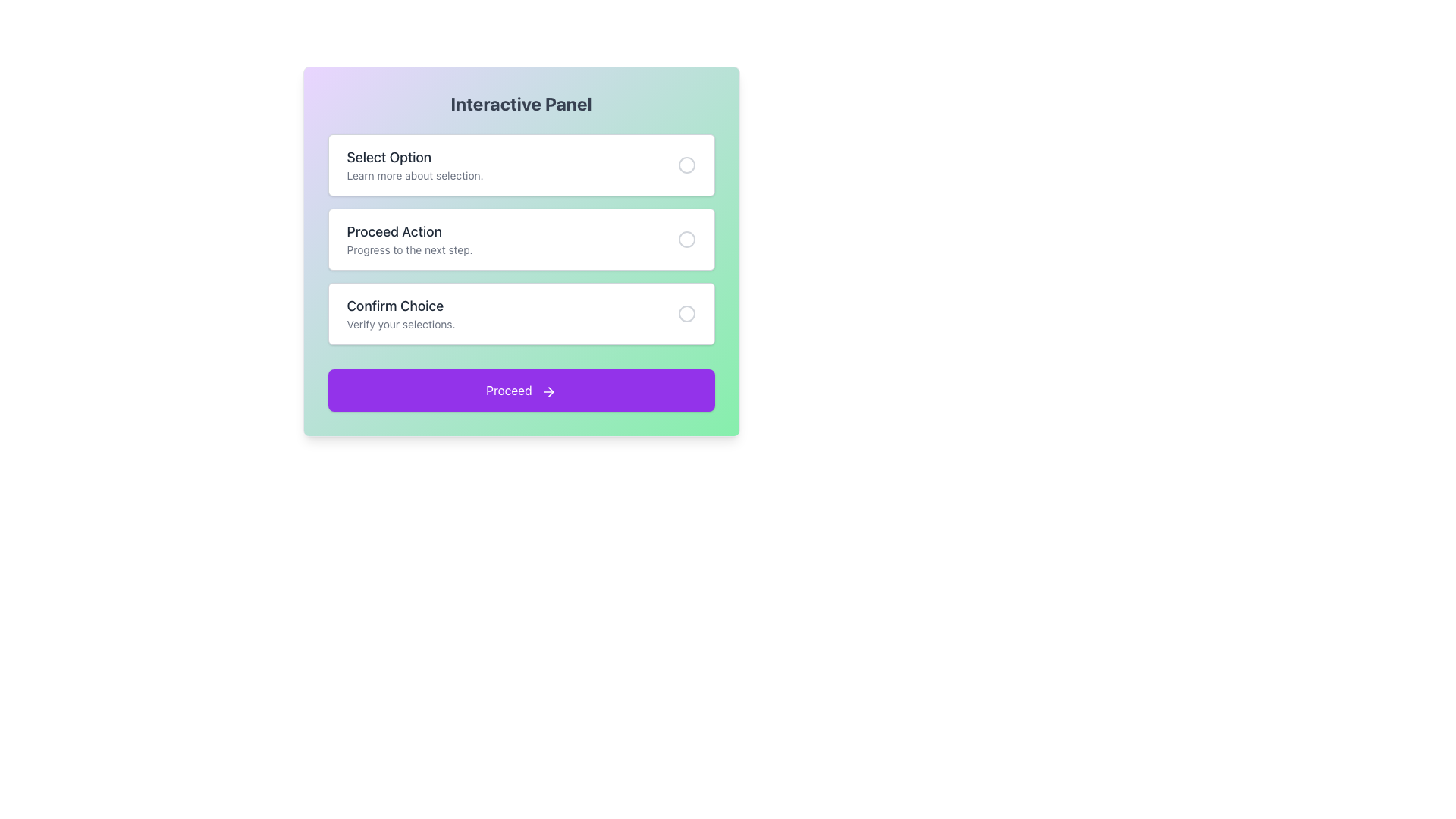  Describe the element at coordinates (415, 174) in the screenshot. I see `the static text element displaying 'Learn more about selection.' which is located directly below the bold heading 'Select Option'` at that location.